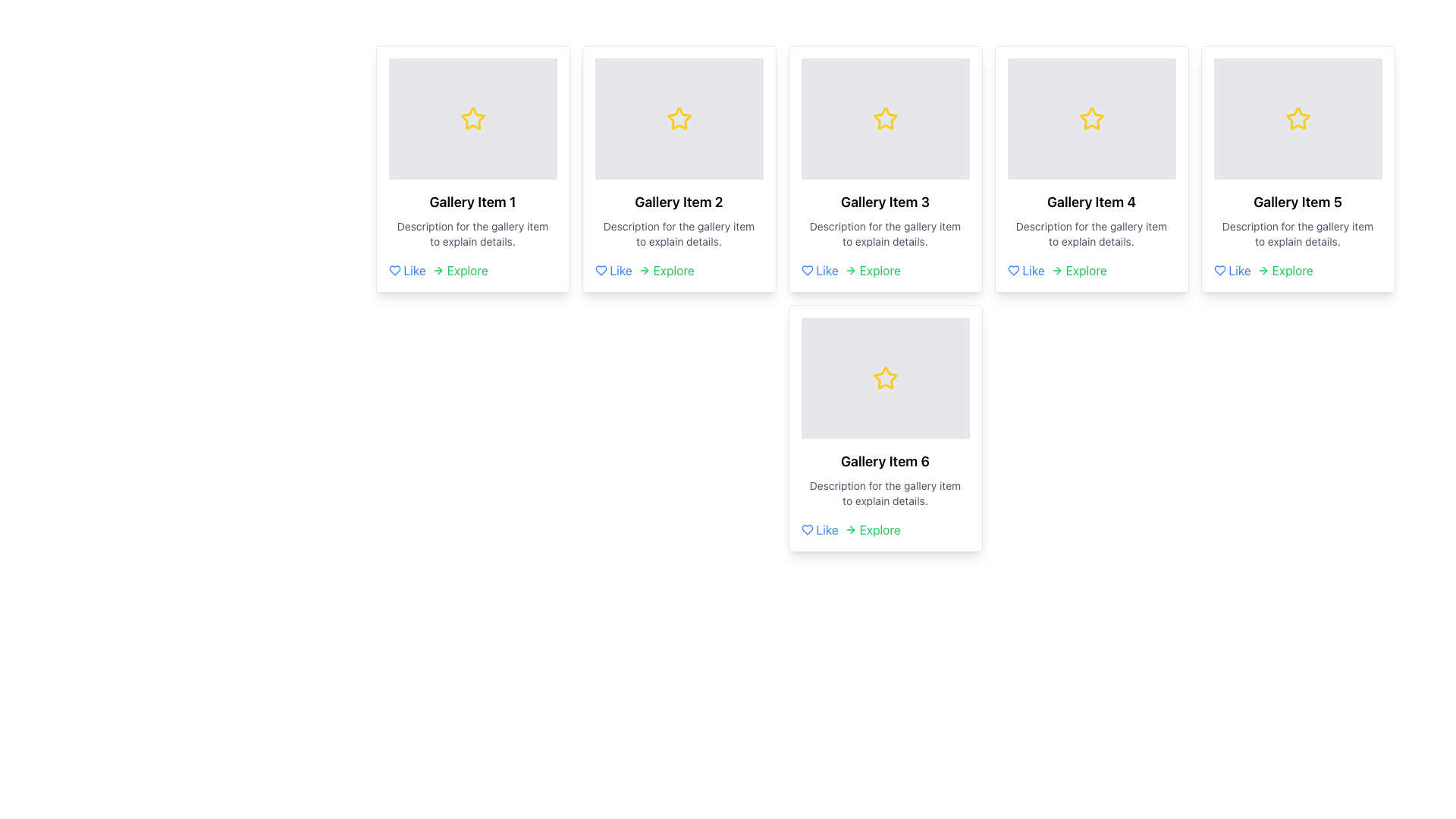 This screenshot has width=1456, height=819. Describe the element at coordinates (885, 461) in the screenshot. I see `the heading text of the card labeled 'Gallery Item 6', located in the bottom-most row and rightmost column of the grid layout` at that location.